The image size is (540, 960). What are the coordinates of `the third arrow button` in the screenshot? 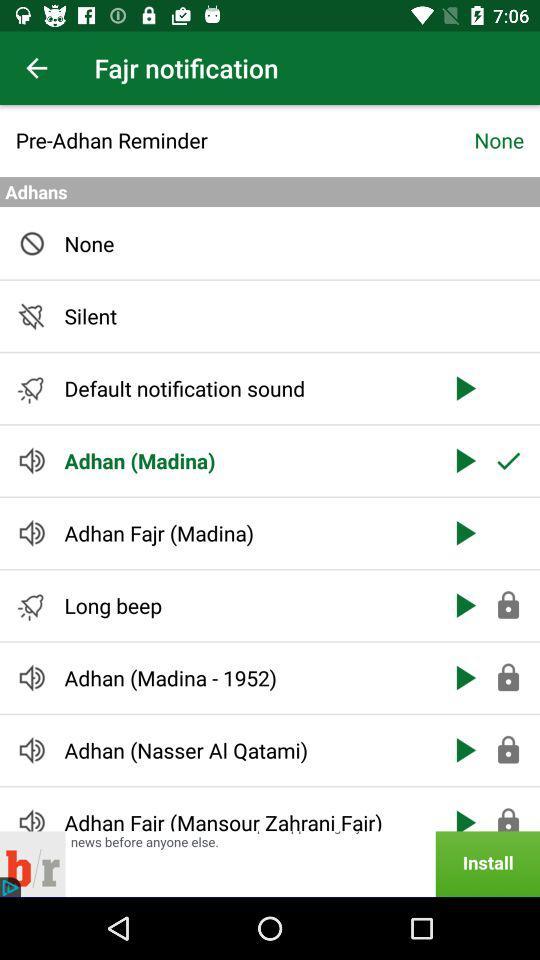 It's located at (464, 531).